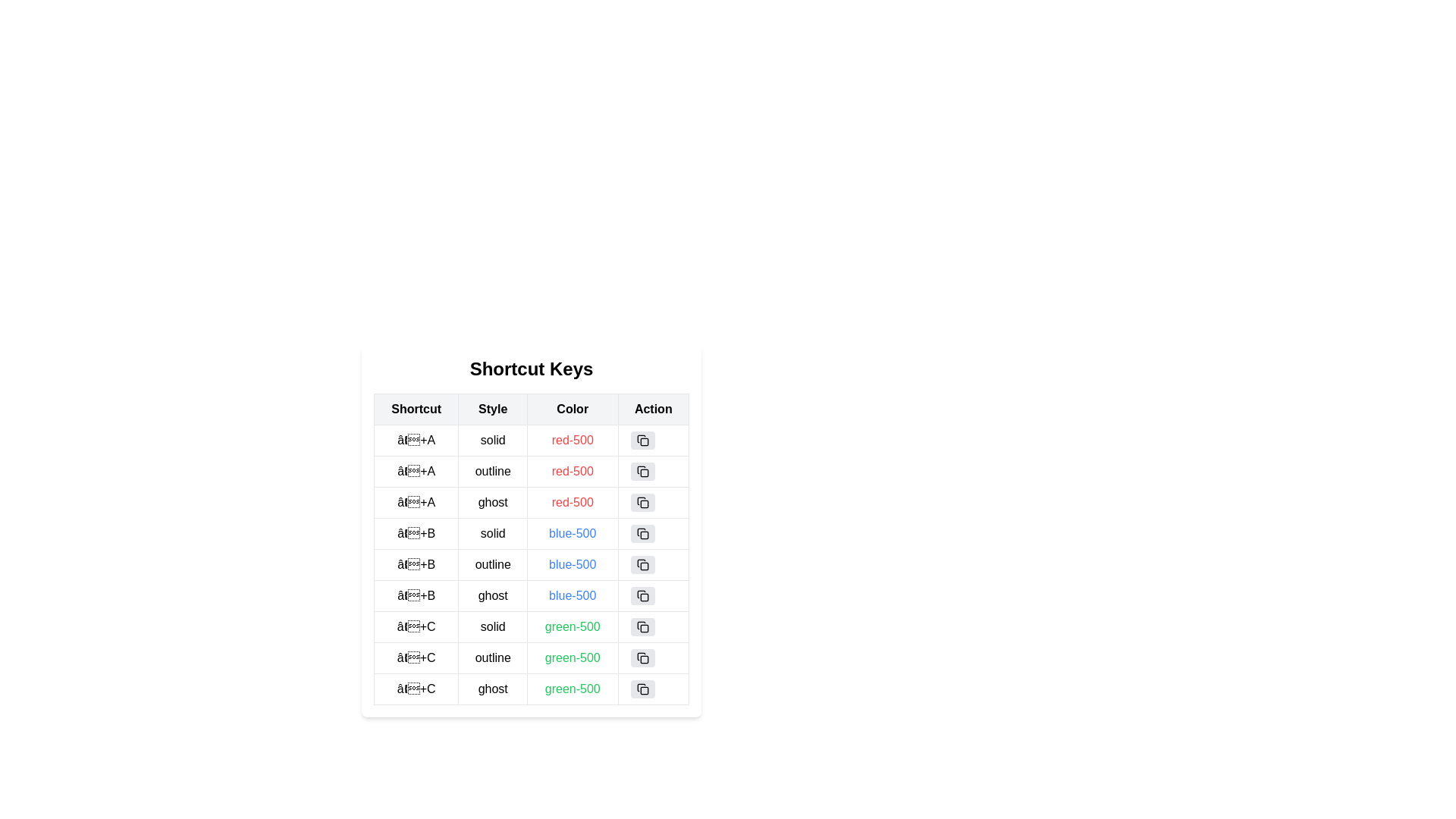 The image size is (1456, 819). Describe the element at coordinates (416, 503) in the screenshot. I see `the Text label displaying the shortcut key combination '⌘+A' in the third row of the 'Shortcut' column, which is styled with a border and padding` at that location.